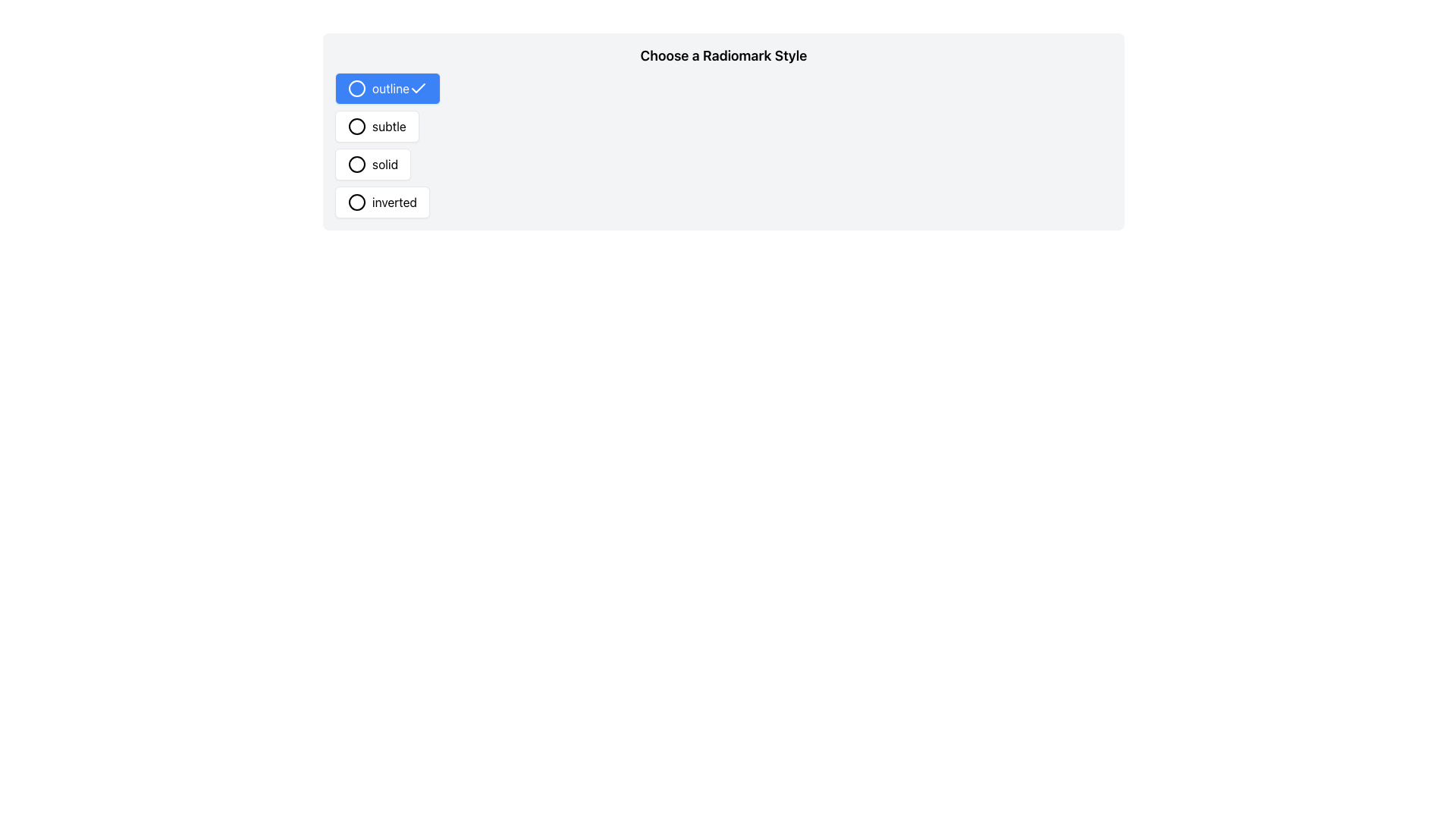  I want to click on the second selectable button in the list under 'Choose a Radiomark Style', so click(377, 125).